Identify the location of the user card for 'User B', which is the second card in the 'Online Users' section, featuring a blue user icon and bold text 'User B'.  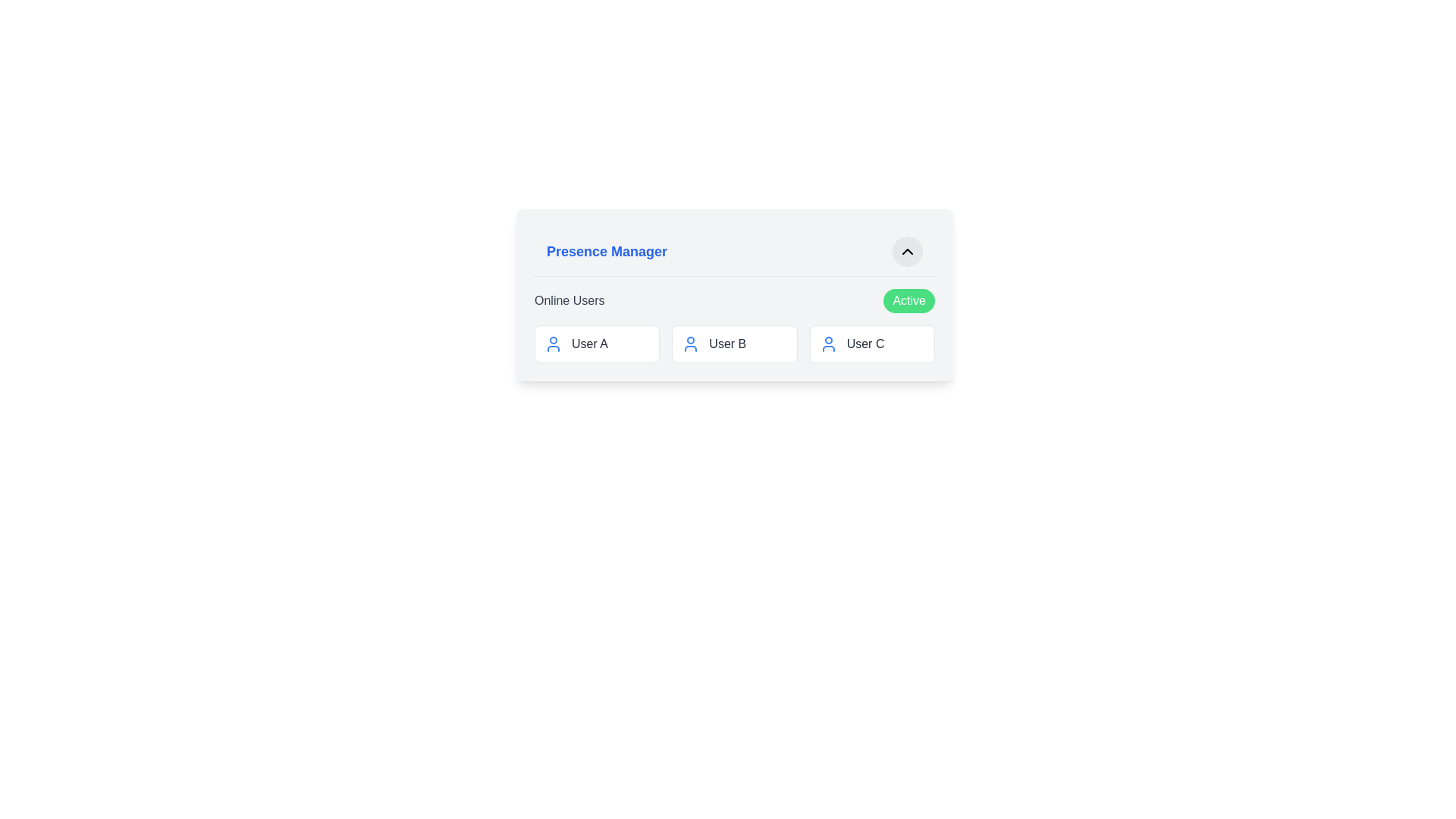
(735, 344).